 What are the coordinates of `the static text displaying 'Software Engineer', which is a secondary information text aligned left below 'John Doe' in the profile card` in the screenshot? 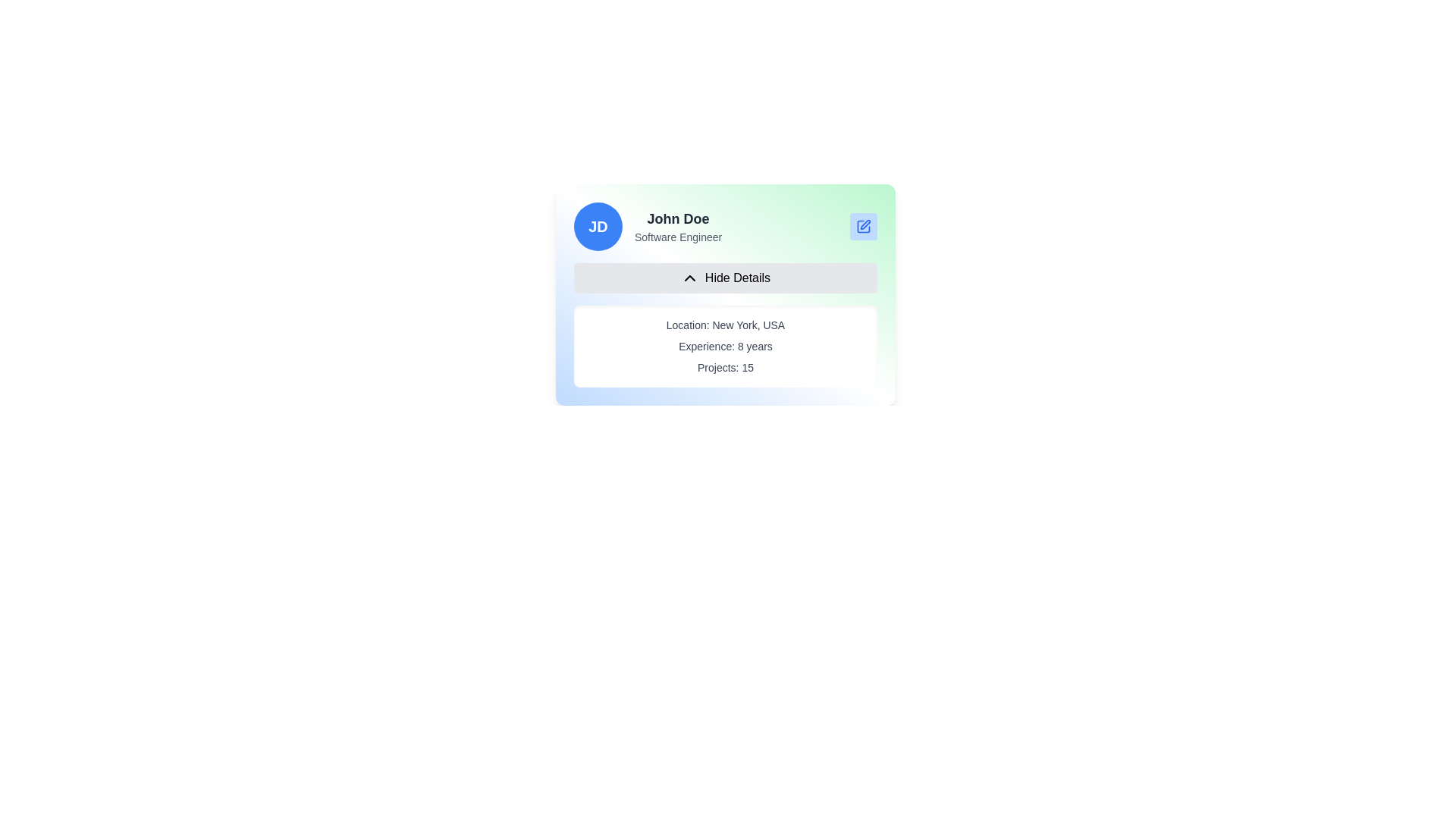 It's located at (677, 237).